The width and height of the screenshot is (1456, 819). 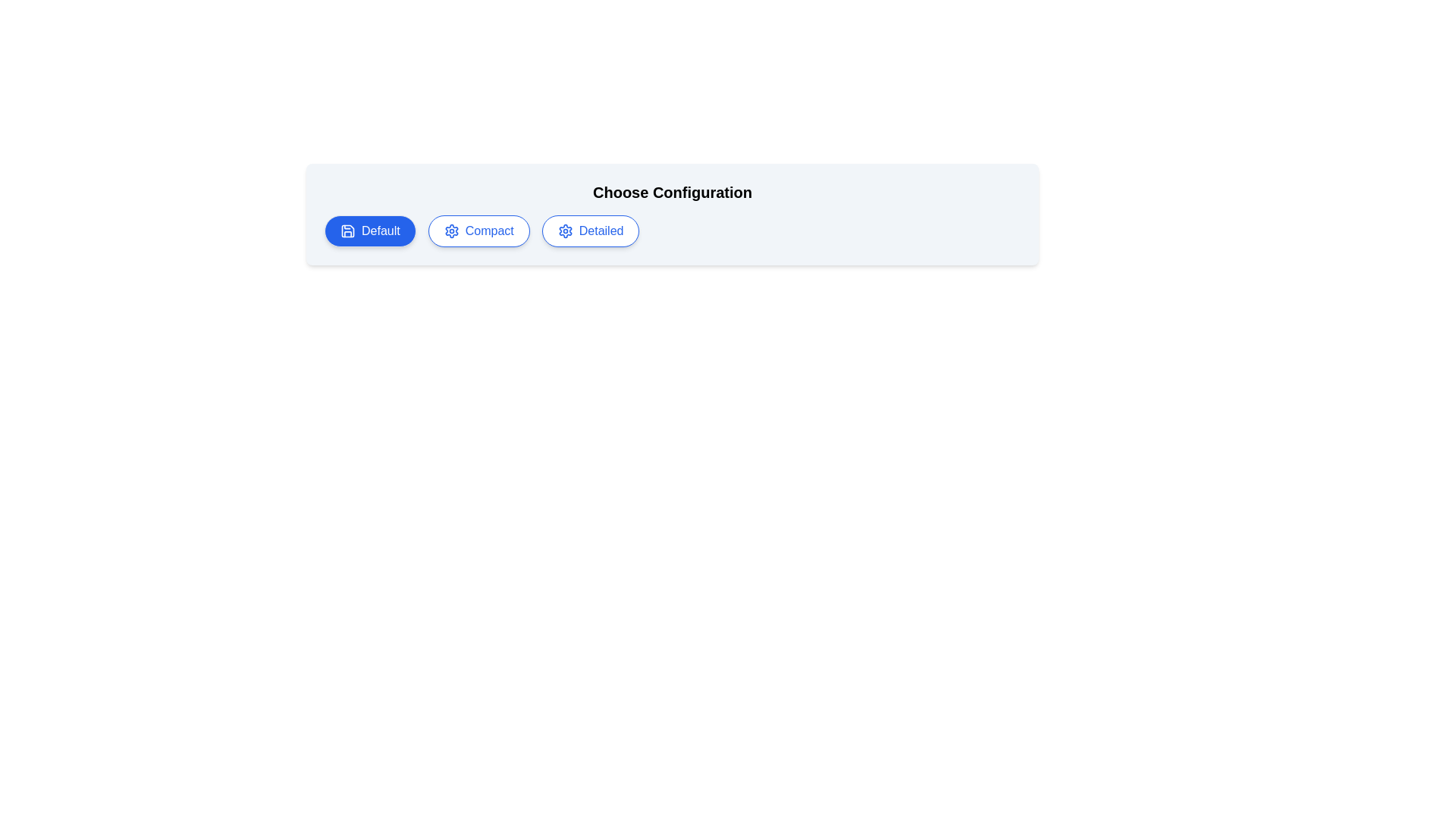 What do you see at coordinates (478, 231) in the screenshot?
I see `the button labeled Compact to observe its hover effect` at bounding box center [478, 231].